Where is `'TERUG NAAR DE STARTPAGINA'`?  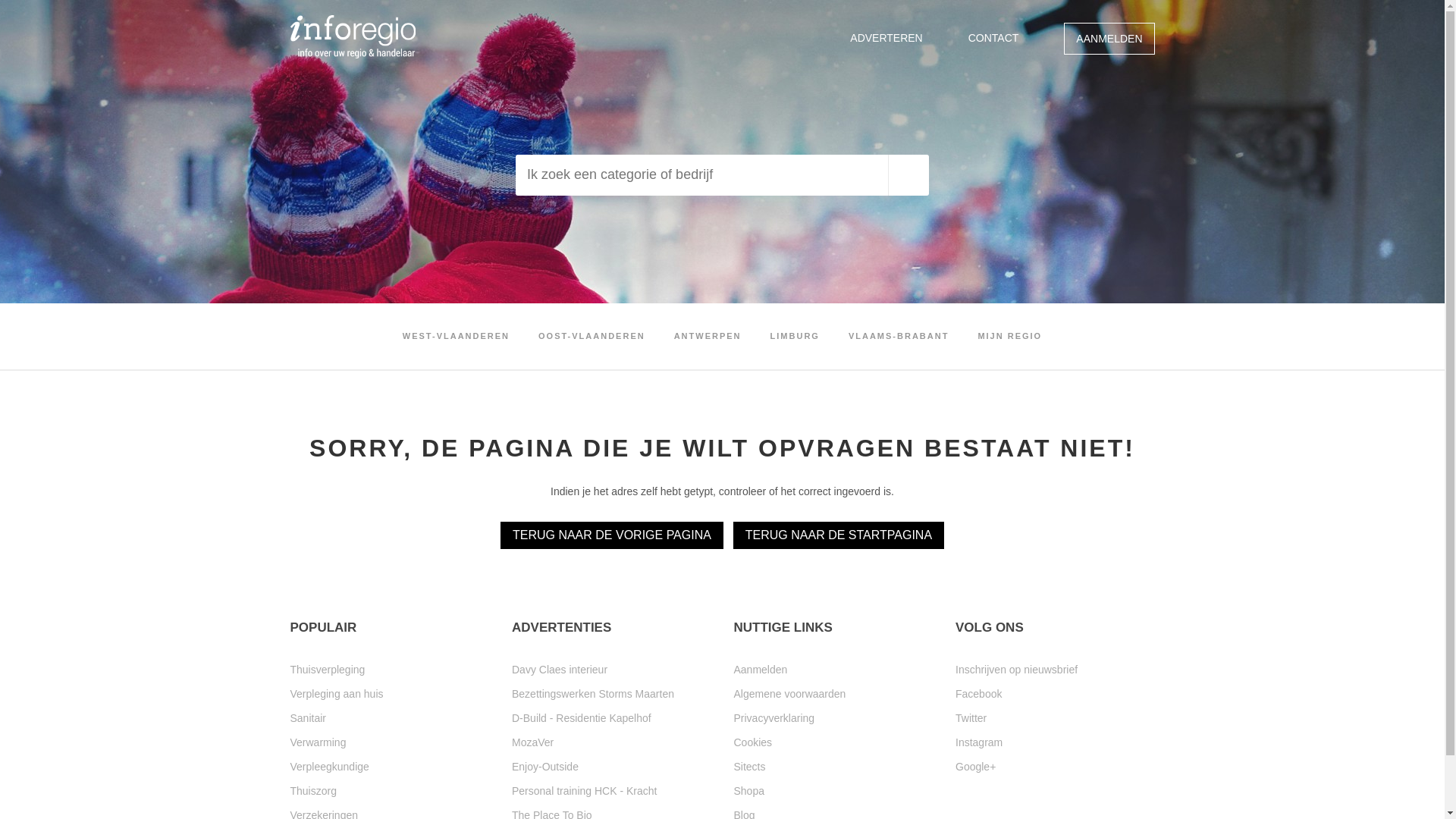
'TERUG NAAR DE STARTPAGINA' is located at coordinates (837, 534).